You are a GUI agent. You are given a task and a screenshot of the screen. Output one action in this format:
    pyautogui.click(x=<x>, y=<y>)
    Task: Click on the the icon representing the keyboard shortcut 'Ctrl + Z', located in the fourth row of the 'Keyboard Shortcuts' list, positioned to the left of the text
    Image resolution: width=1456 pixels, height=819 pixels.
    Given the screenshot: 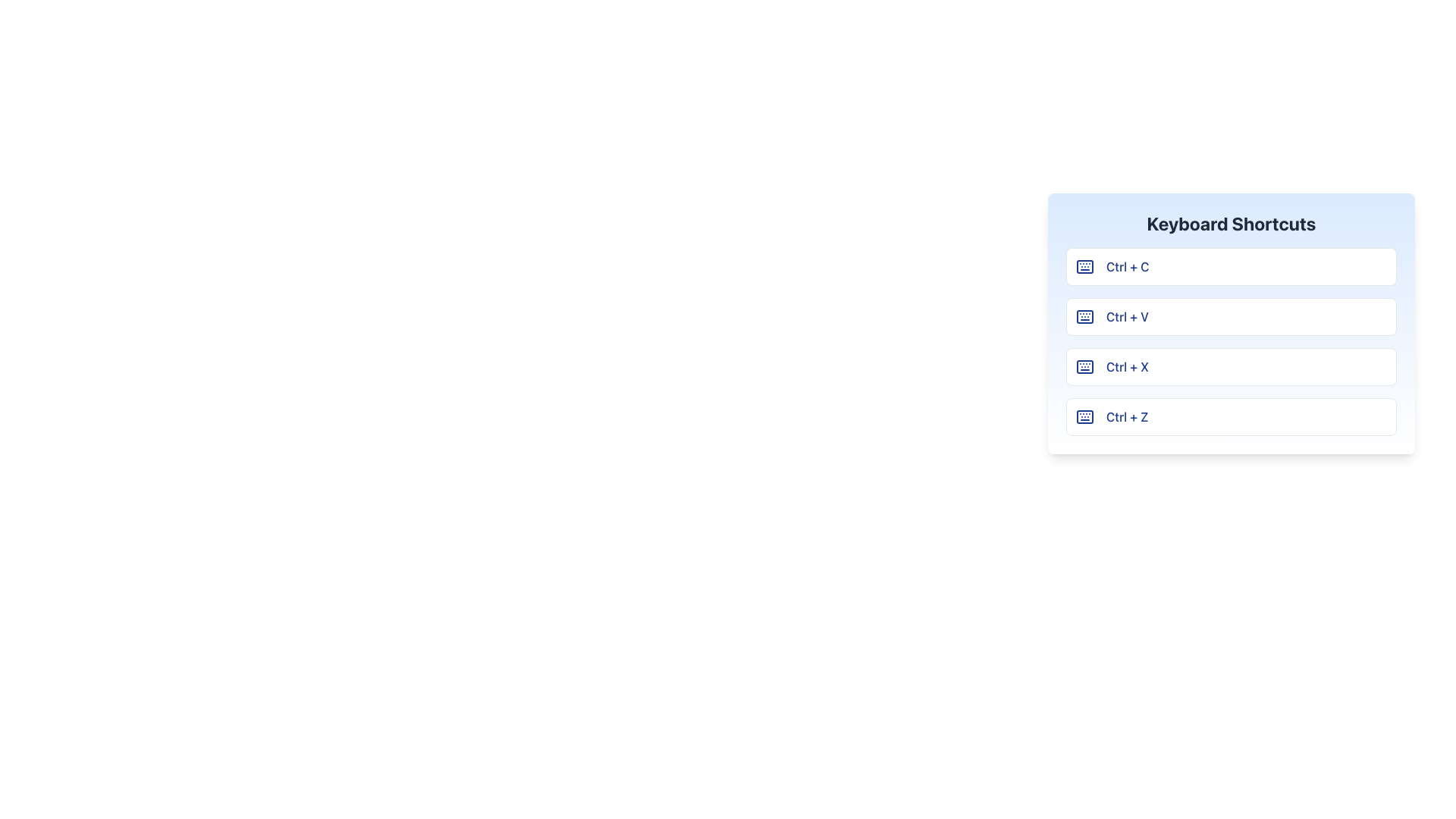 What is the action you would take?
    pyautogui.click(x=1084, y=417)
    